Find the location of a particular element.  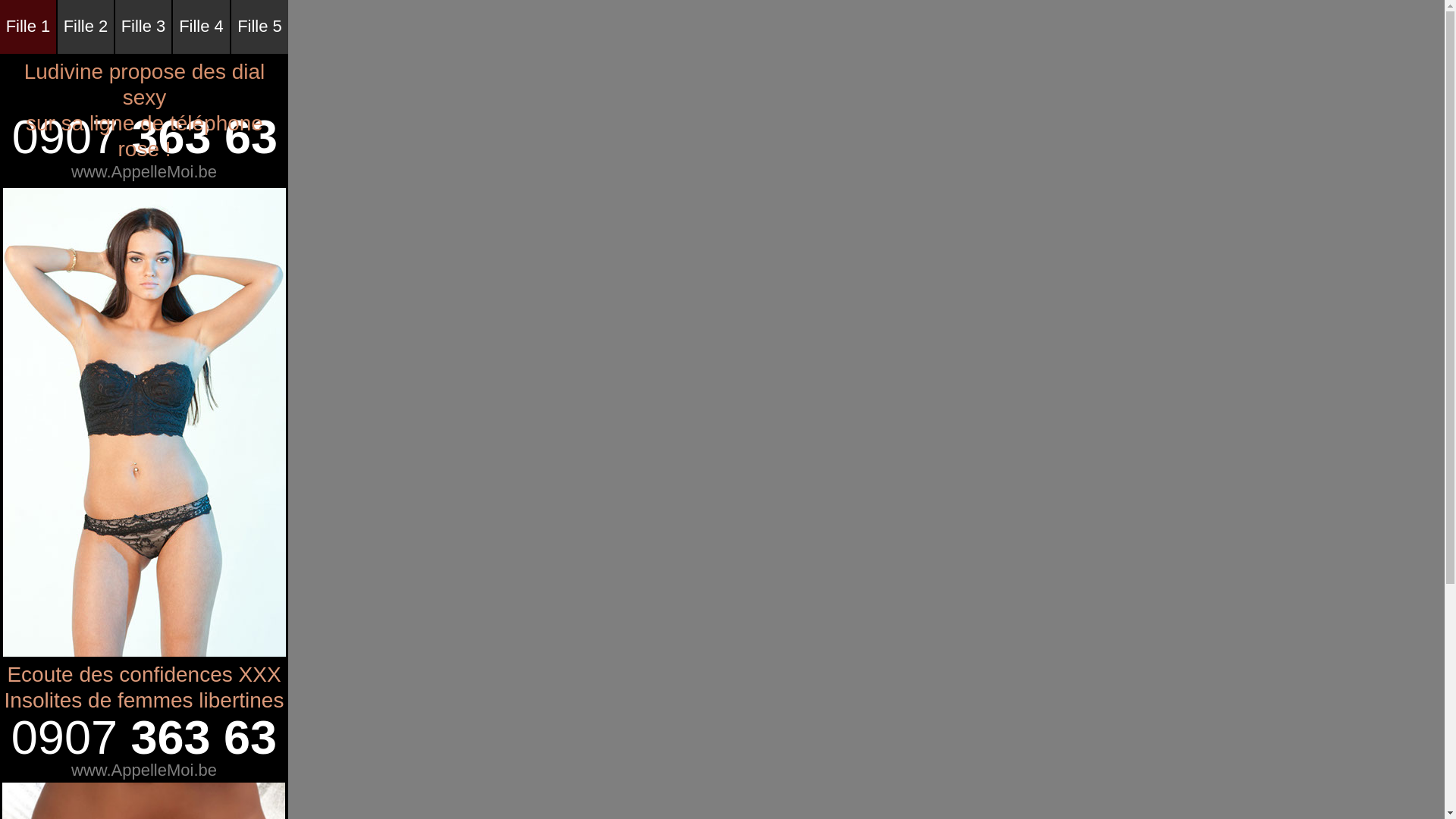

'Fille 1' is located at coordinates (0, 27).